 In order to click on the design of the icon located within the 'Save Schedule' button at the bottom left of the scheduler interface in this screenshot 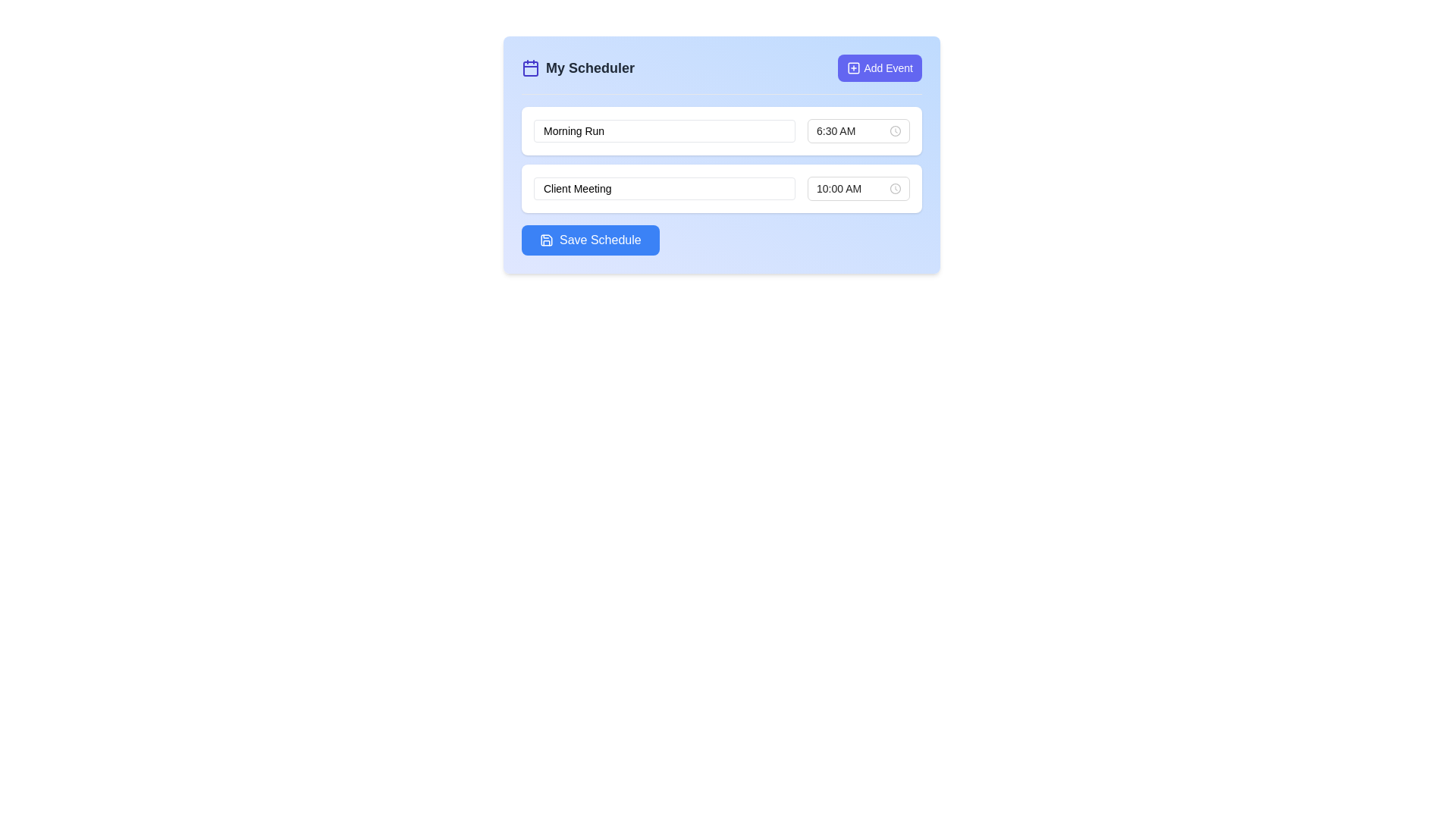, I will do `click(546, 239)`.